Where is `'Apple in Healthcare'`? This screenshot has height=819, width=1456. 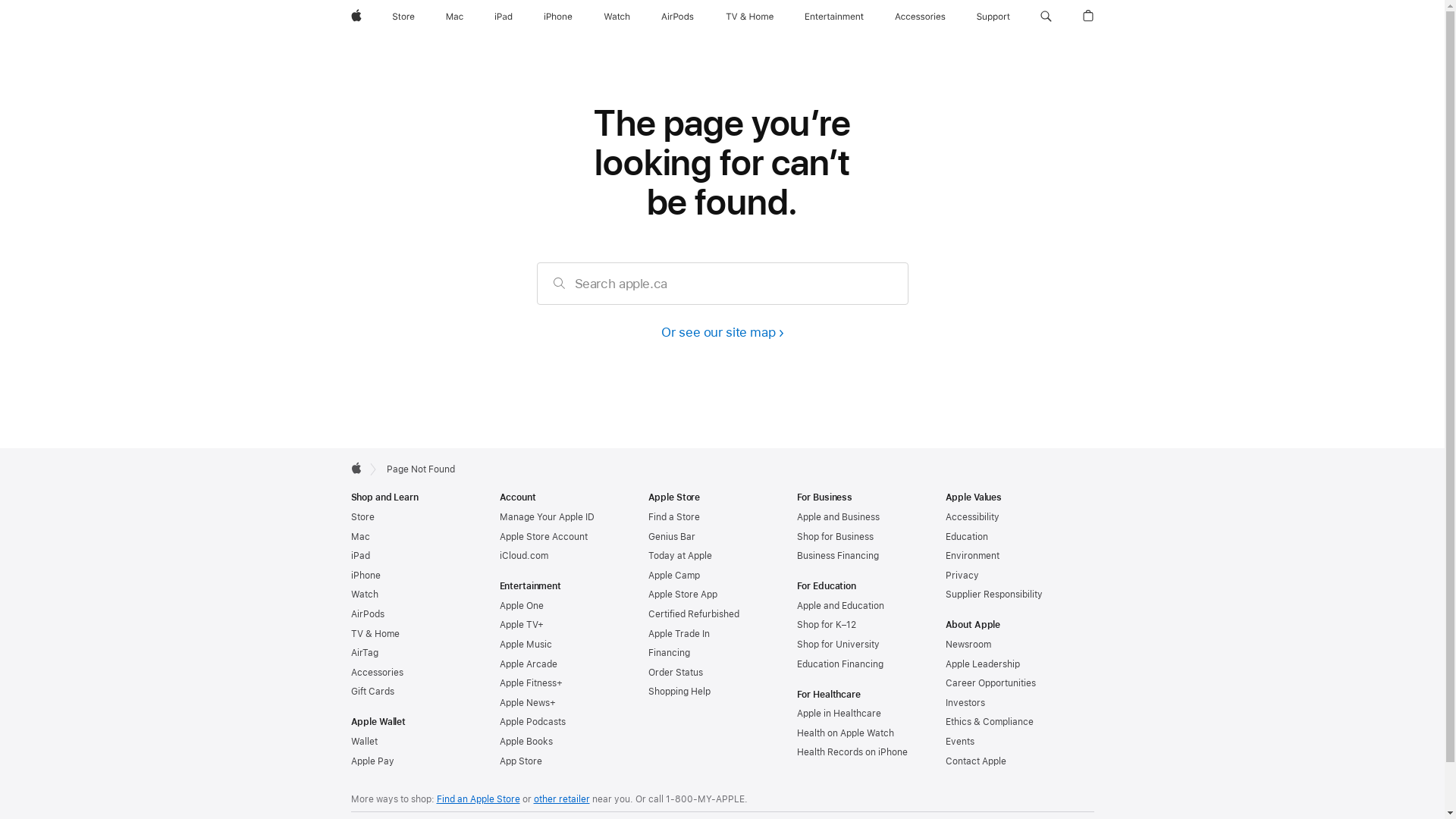 'Apple in Healthcare' is located at coordinates (837, 714).